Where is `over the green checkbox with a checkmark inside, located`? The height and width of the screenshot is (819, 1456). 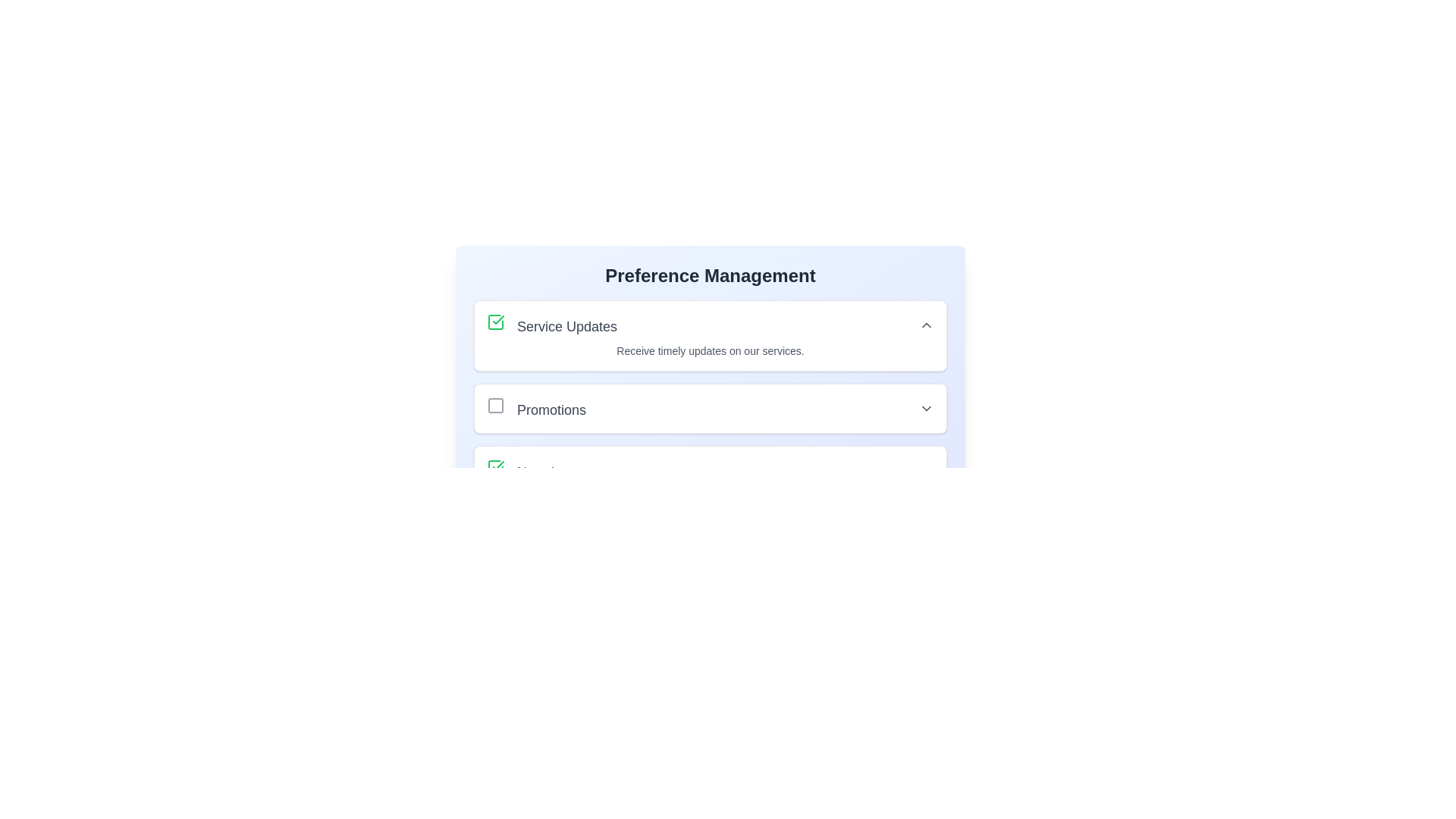
over the green checkbox with a checkmark inside, located is located at coordinates (495, 321).